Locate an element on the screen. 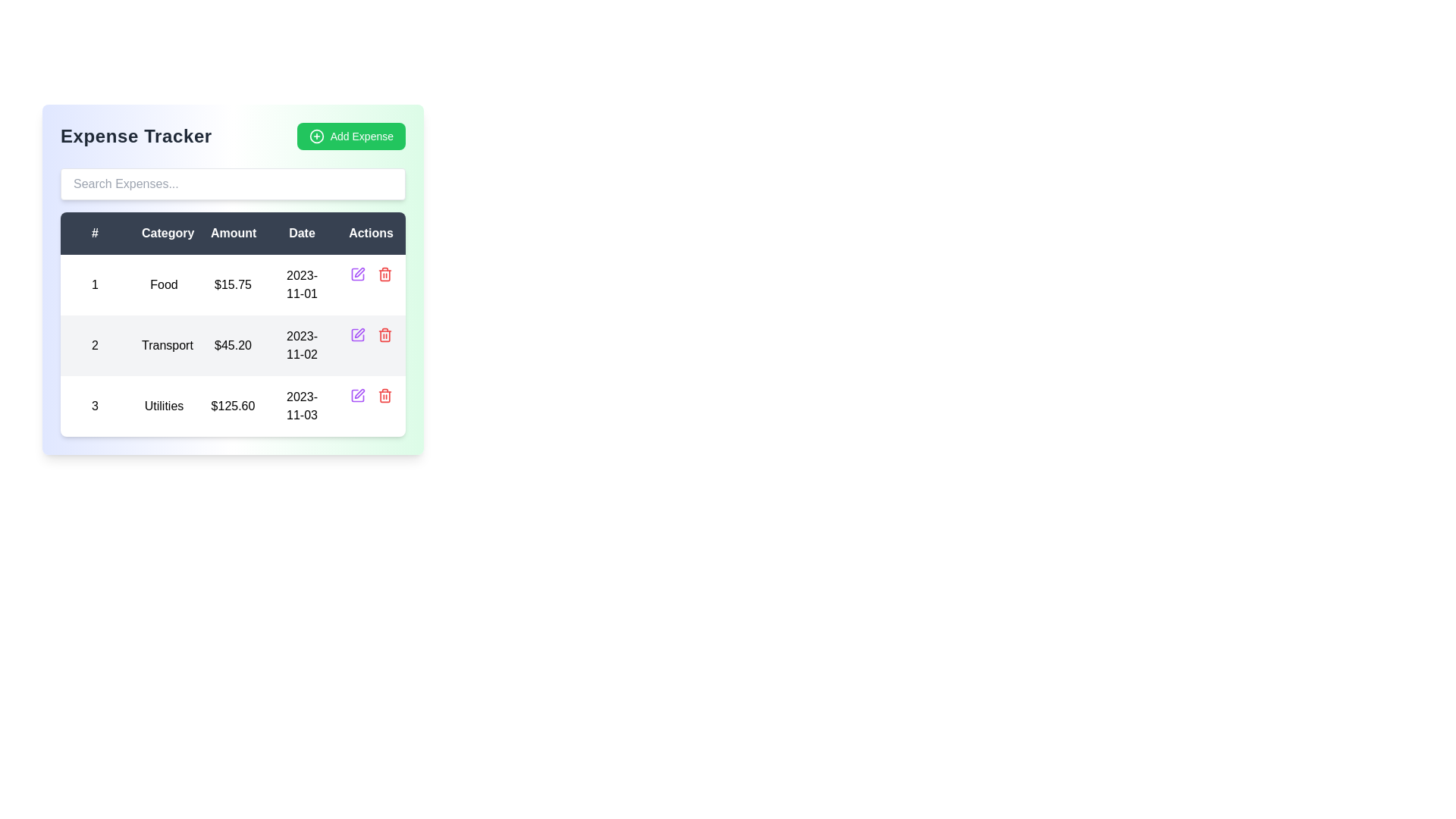 The image size is (1456, 819). the Static text label displaying 'Utilities' which is located in the second column of the third row of the table is located at coordinates (164, 406).